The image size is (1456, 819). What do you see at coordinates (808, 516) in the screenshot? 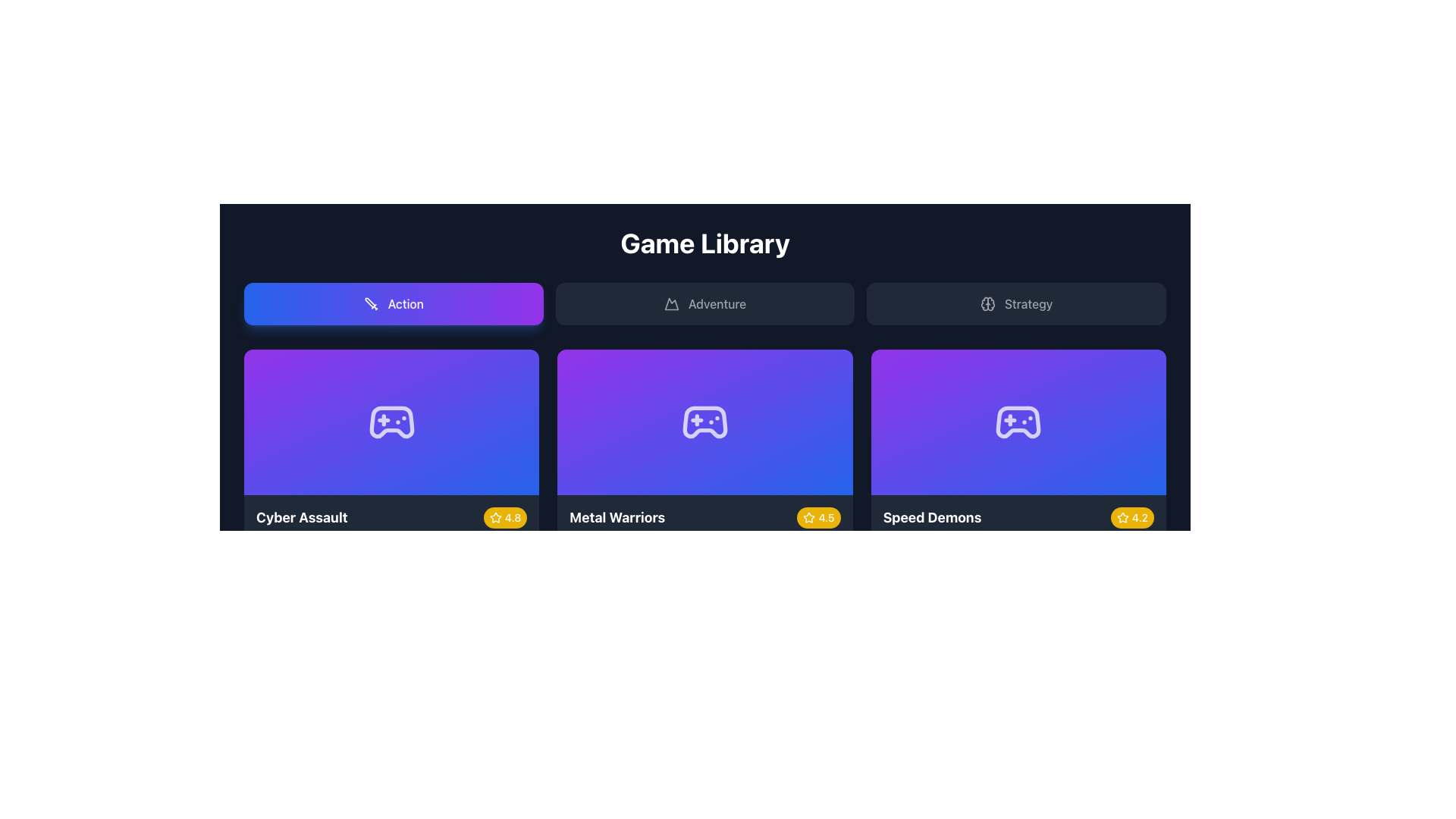
I see `the outlined star icon with a white border located within the yellow circular badge beside the rating '4.5' in the 'Metal Warriors' box in the game grid` at bounding box center [808, 516].